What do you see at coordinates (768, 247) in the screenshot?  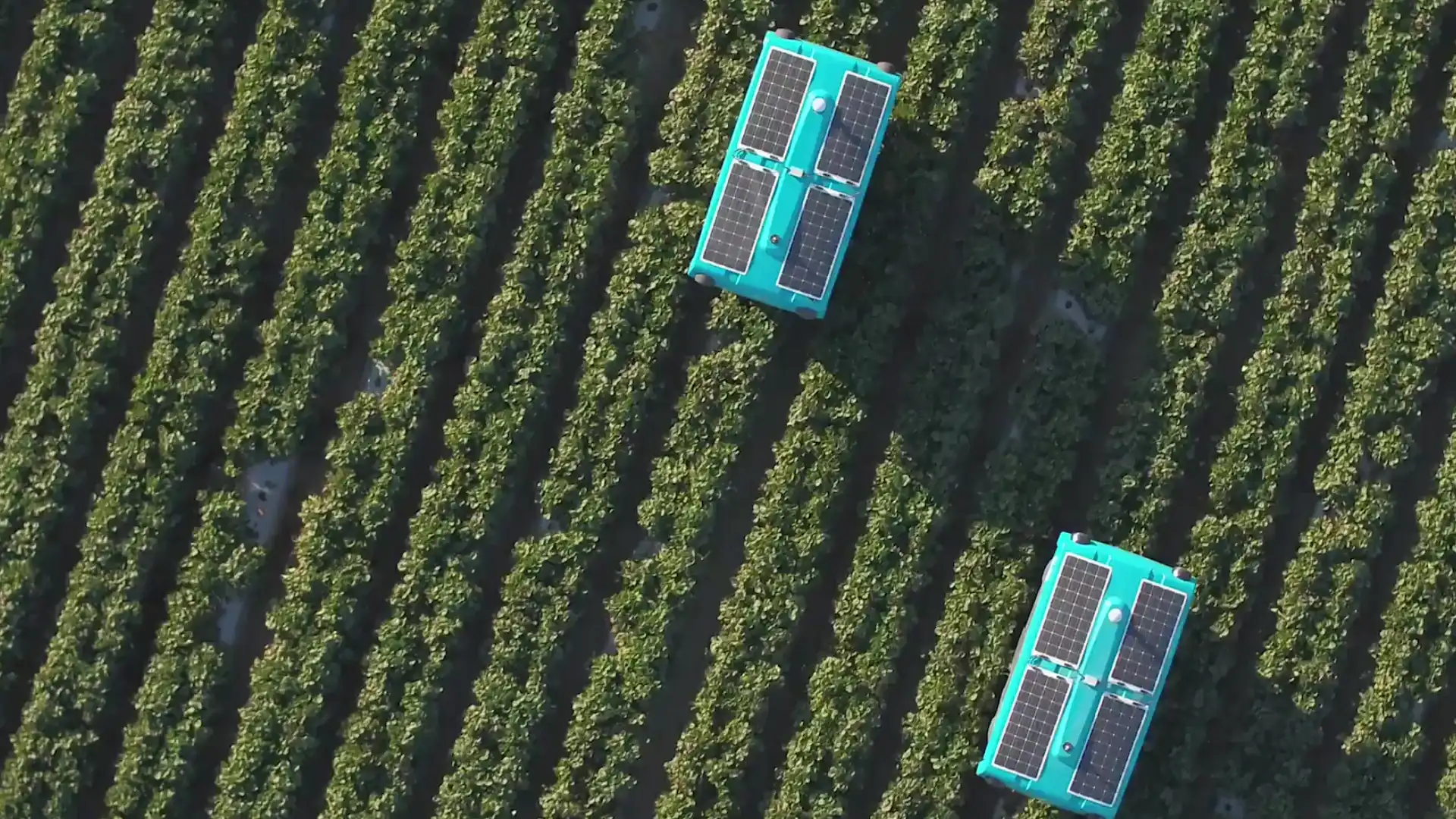 I see `Loon and Wing take flight After years of hard work and relentless testing in the real world, Loon and Wing graduate from X and become two new independent businesses within Alphabet.` at bounding box center [768, 247].